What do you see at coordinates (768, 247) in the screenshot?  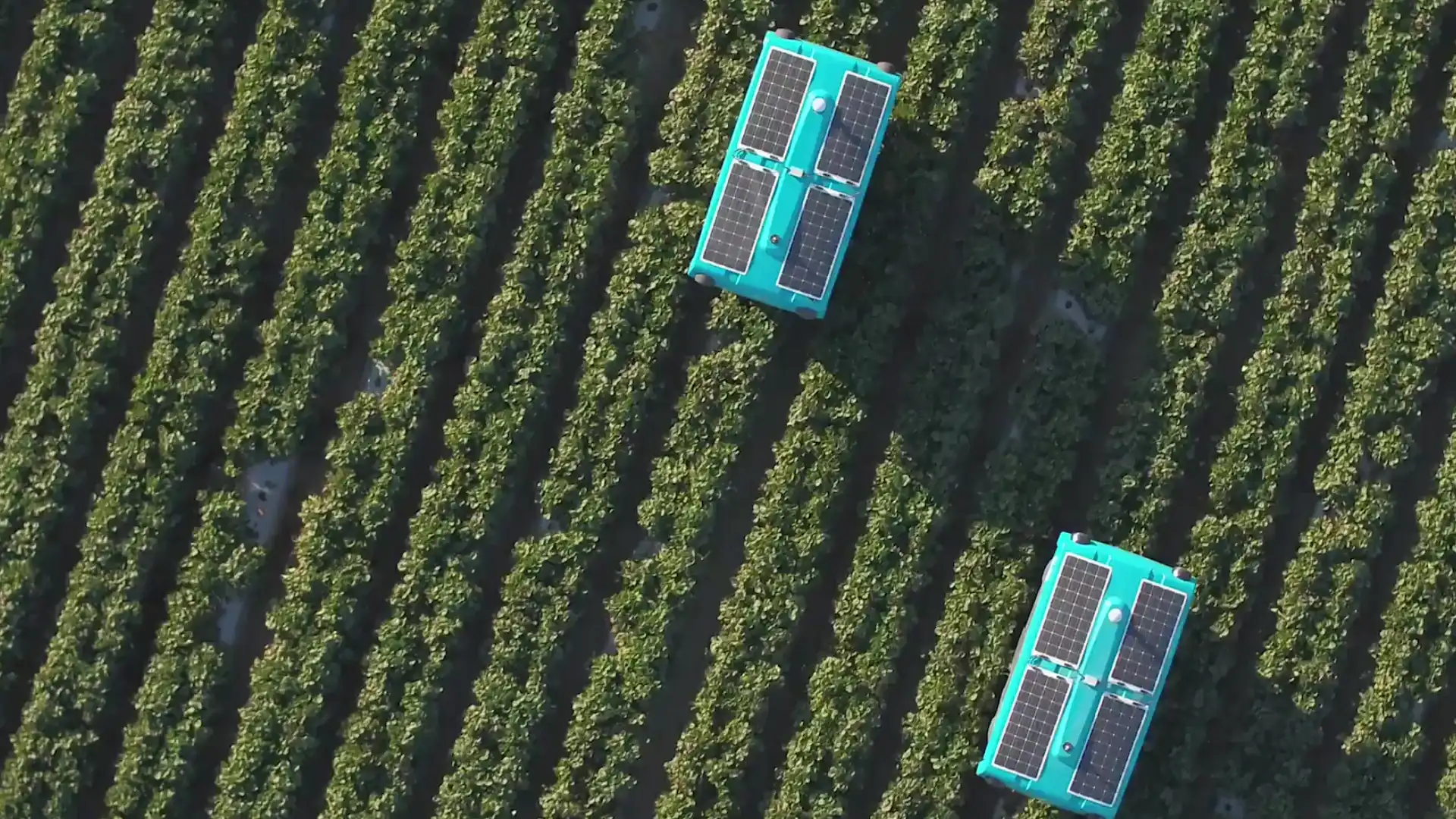 I see `Loon and Wing take flight After years of hard work and relentless testing in the real world, Loon and Wing graduate from X and become two new independent businesses within Alphabet.` at bounding box center [768, 247].